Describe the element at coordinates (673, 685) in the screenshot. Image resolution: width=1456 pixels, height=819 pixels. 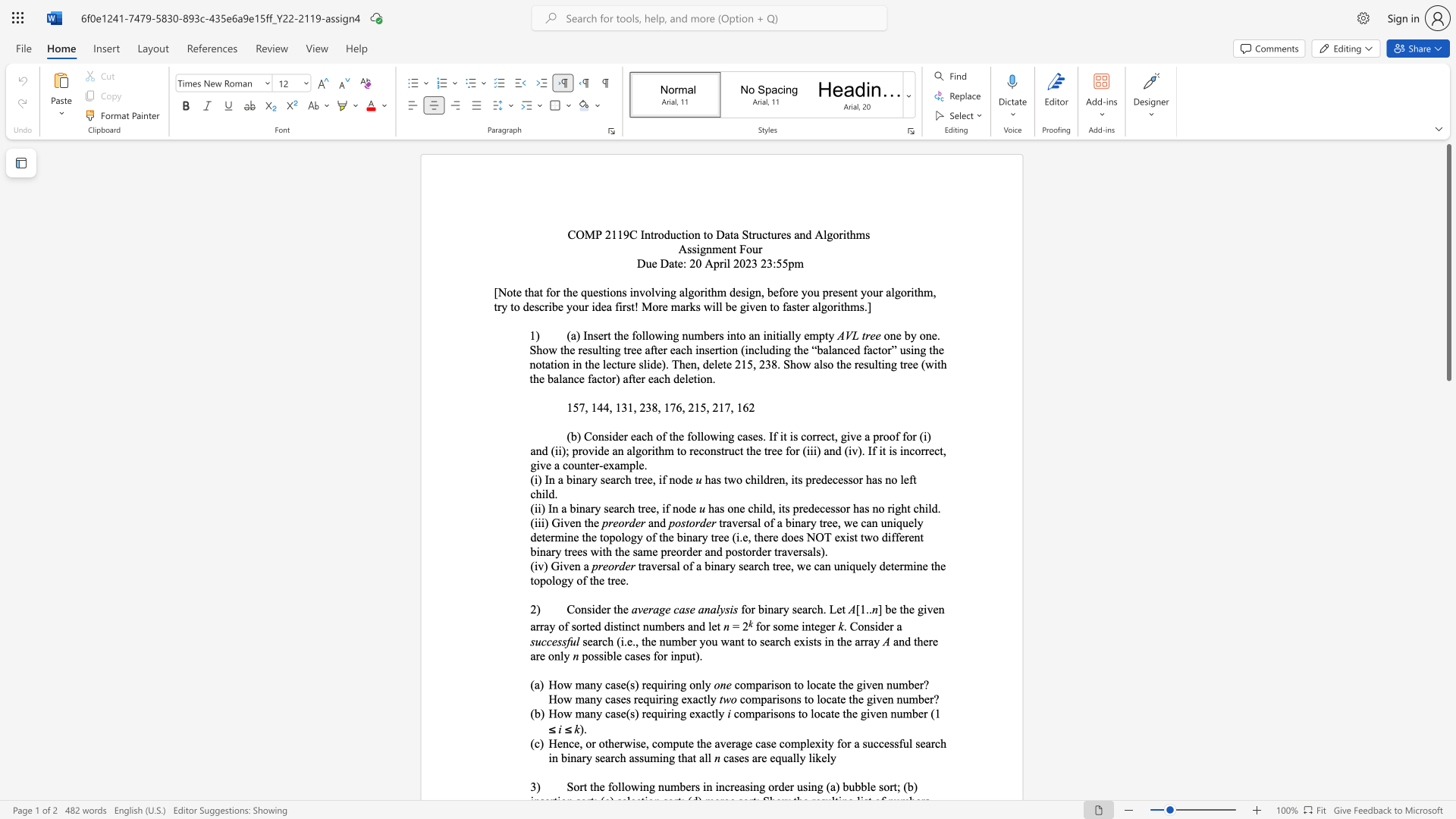
I see `the subset text "ng on" within the text "How many case(s) requiring only"` at that location.